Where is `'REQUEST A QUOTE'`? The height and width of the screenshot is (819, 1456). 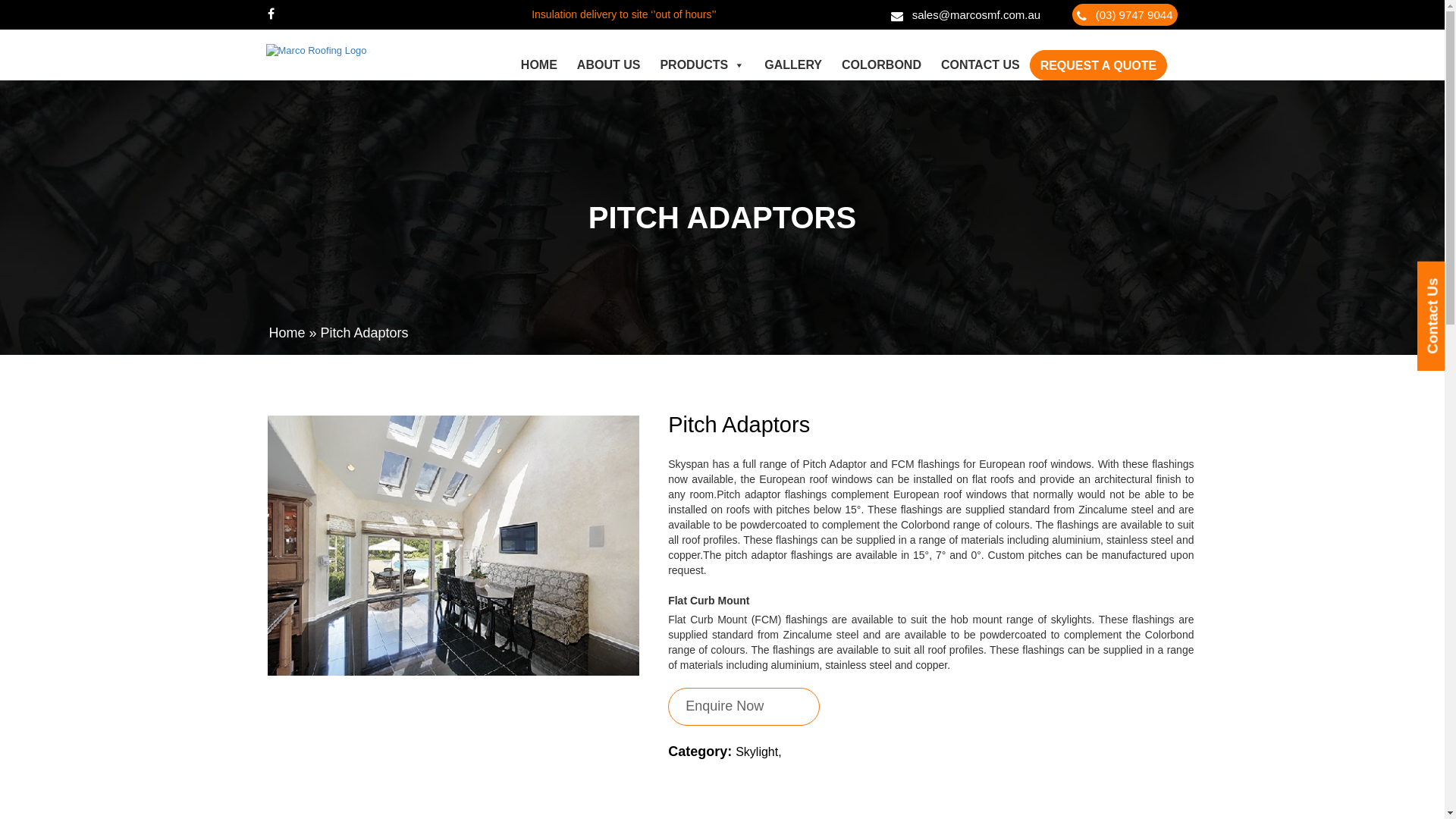
'REQUEST A QUOTE' is located at coordinates (1099, 64).